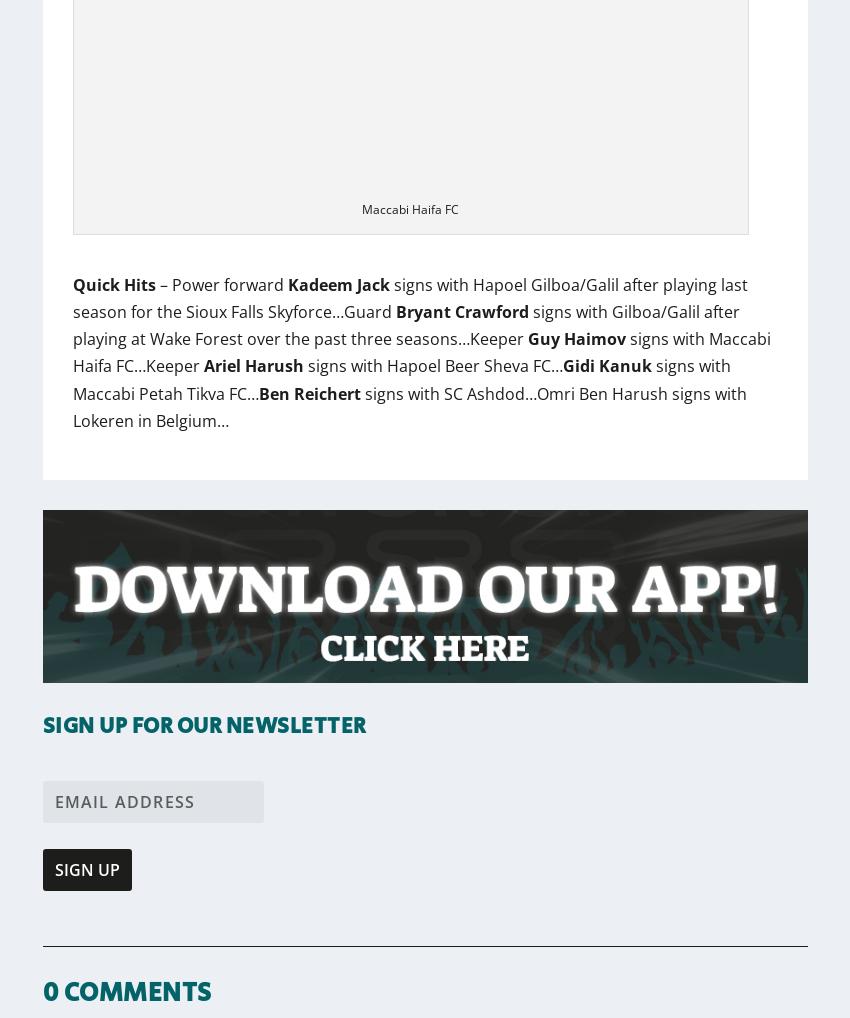 This screenshot has width=850, height=1018. What do you see at coordinates (71, 324) in the screenshot?
I see `'signs with Gilboa/Galil after playing at Wake Forest over the past three seasons…Keeper'` at bounding box center [71, 324].